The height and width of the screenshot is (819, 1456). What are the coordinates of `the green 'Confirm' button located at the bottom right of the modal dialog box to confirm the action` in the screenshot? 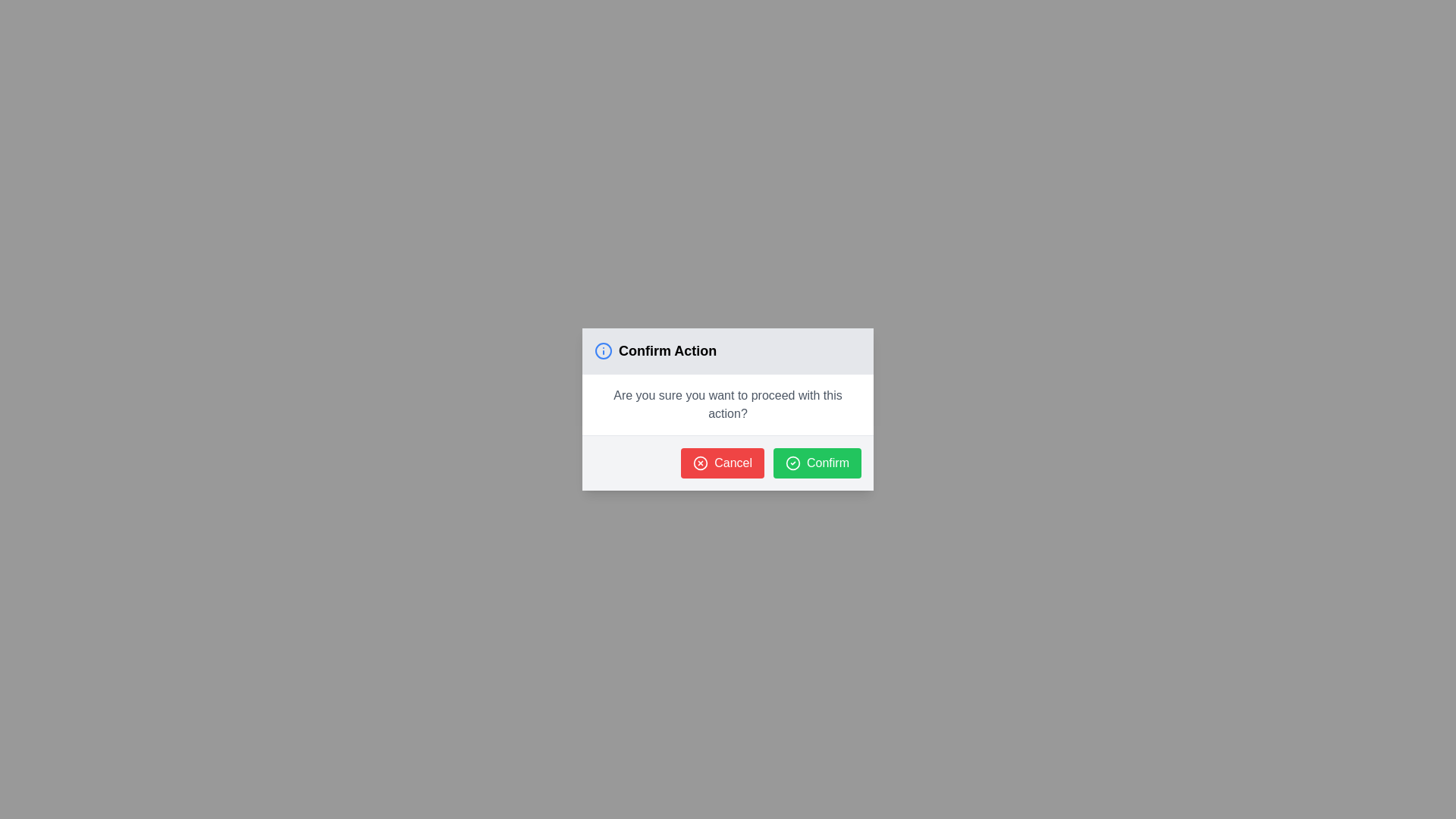 It's located at (817, 462).